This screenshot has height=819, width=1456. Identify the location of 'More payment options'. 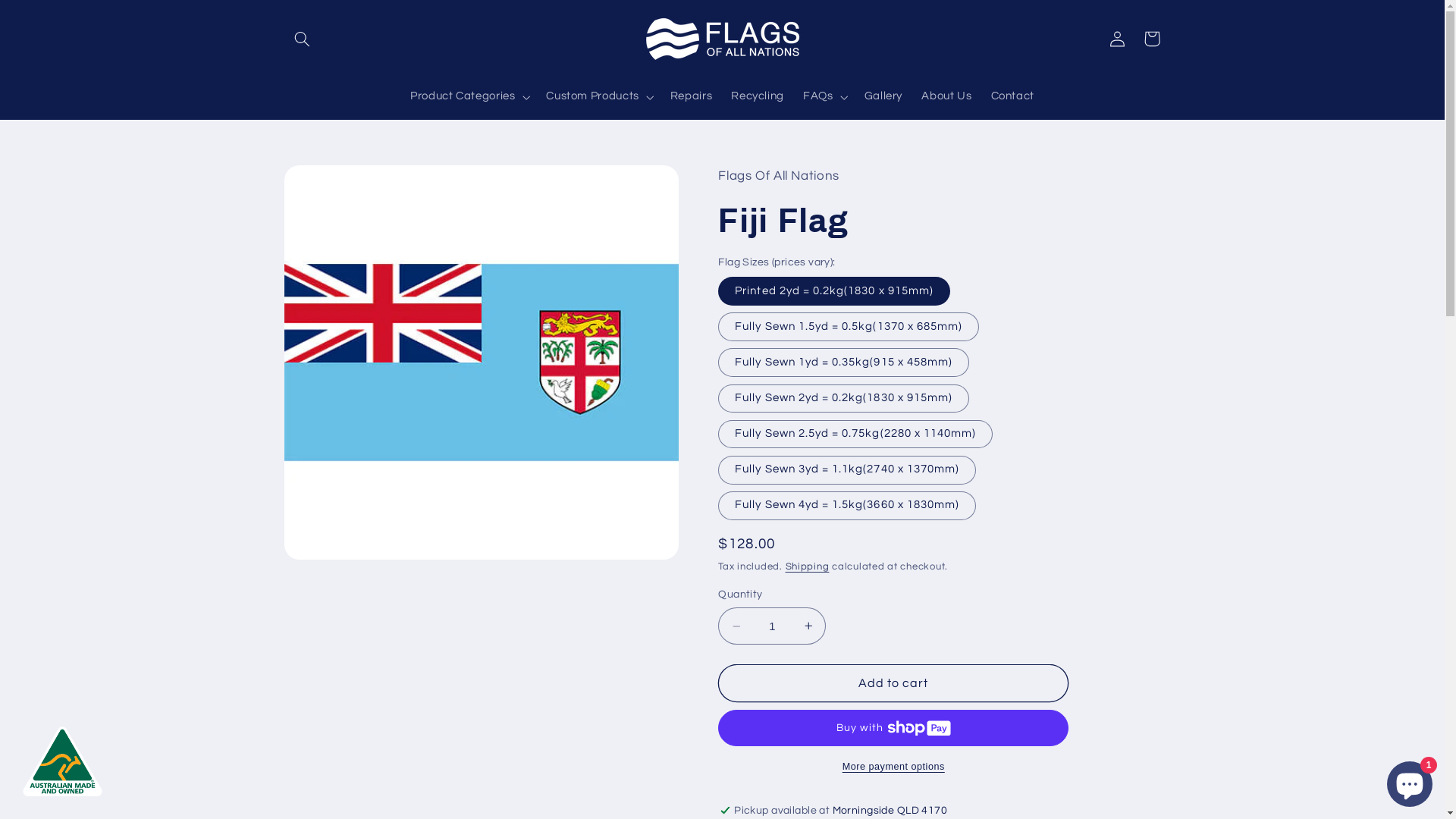
(893, 767).